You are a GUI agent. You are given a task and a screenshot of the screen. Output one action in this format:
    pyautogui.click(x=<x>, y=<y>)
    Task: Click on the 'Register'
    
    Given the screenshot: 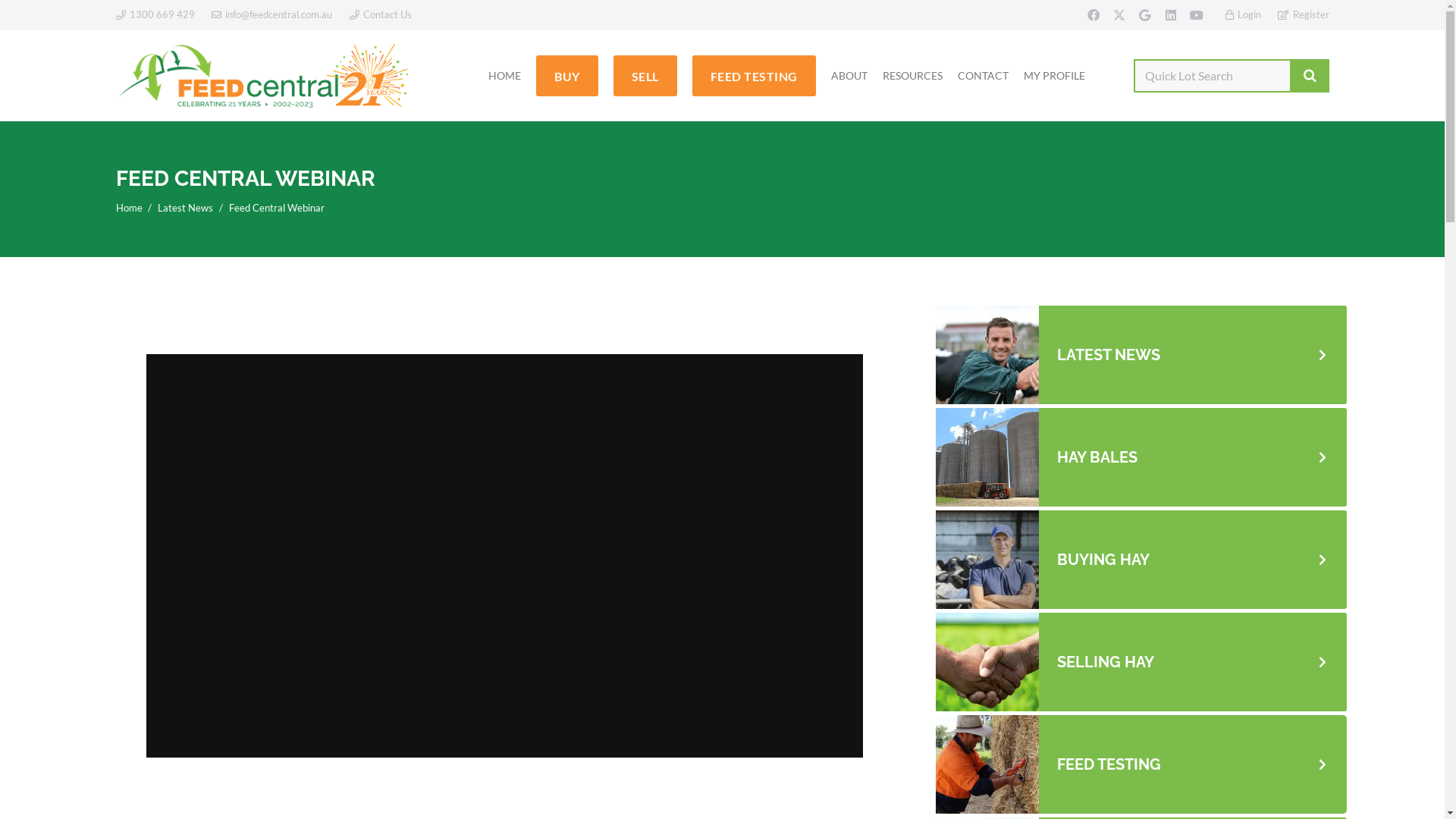 What is the action you would take?
    pyautogui.click(x=1302, y=14)
    